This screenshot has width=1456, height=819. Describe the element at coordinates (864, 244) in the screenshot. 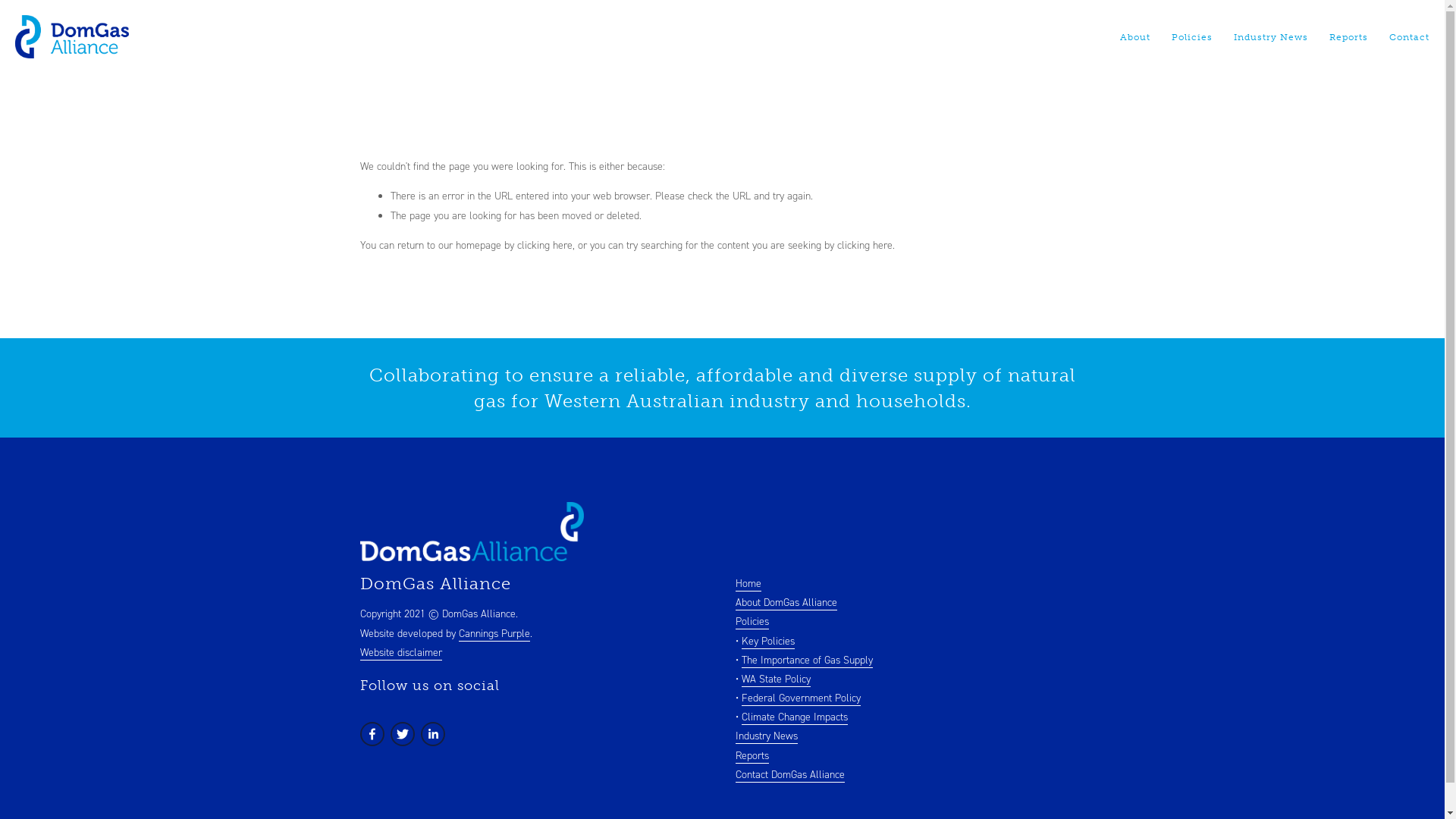

I see `'clicking here'` at that location.